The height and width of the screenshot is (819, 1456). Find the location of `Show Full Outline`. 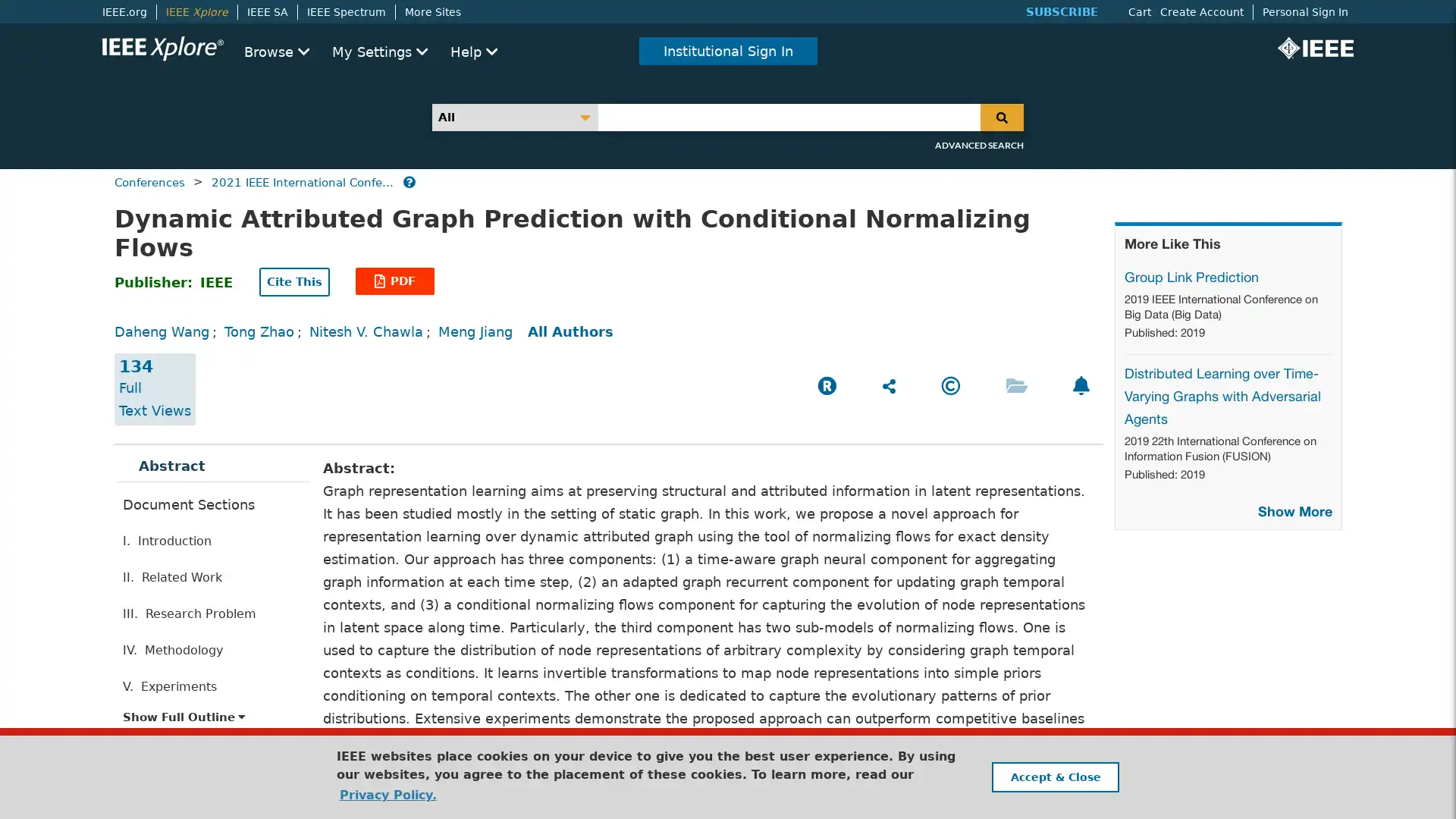

Show Full Outline is located at coordinates (184, 717).